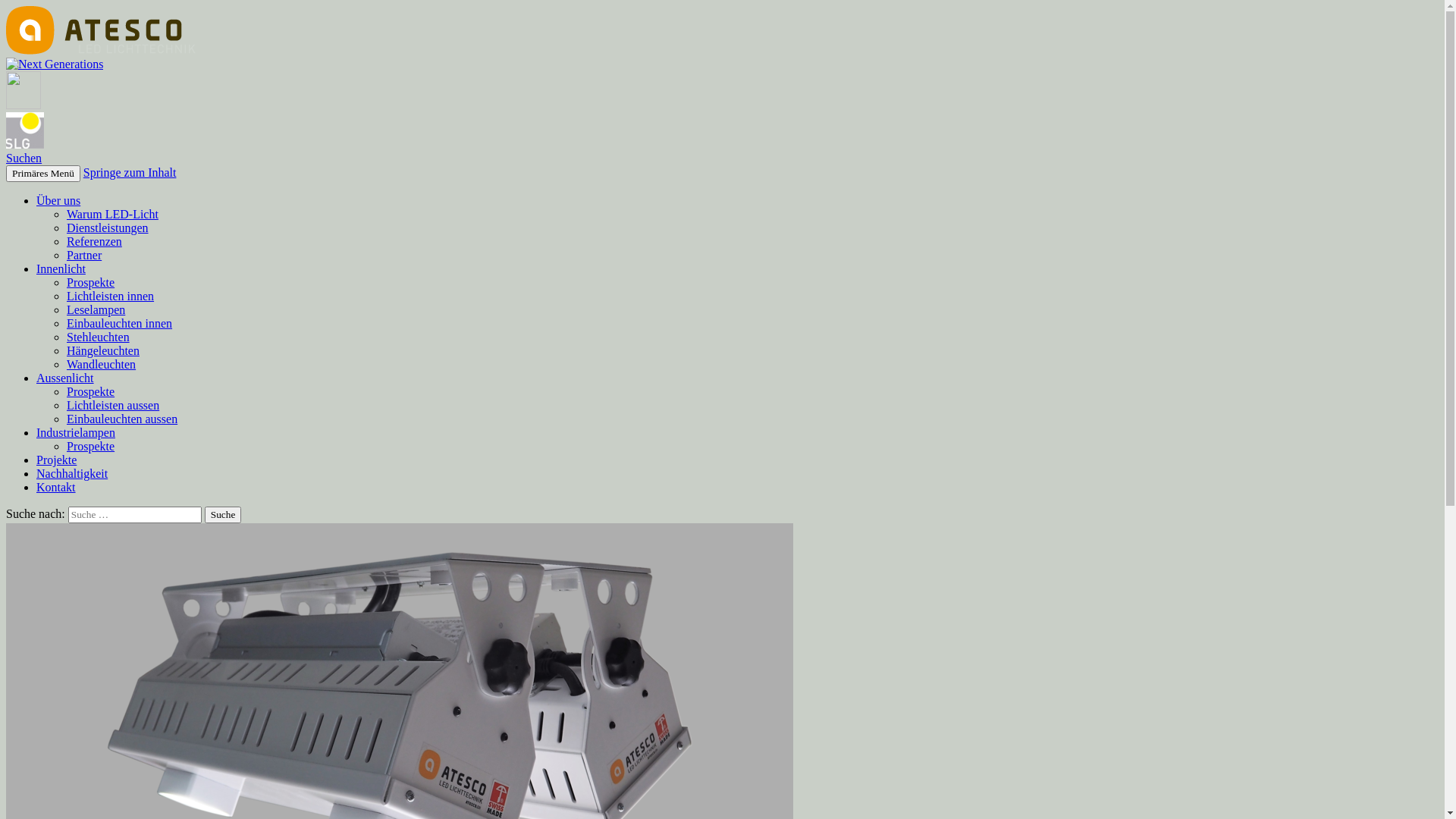 Image resolution: width=1456 pixels, height=819 pixels. Describe the element at coordinates (56, 459) in the screenshot. I see `'Projekte'` at that location.